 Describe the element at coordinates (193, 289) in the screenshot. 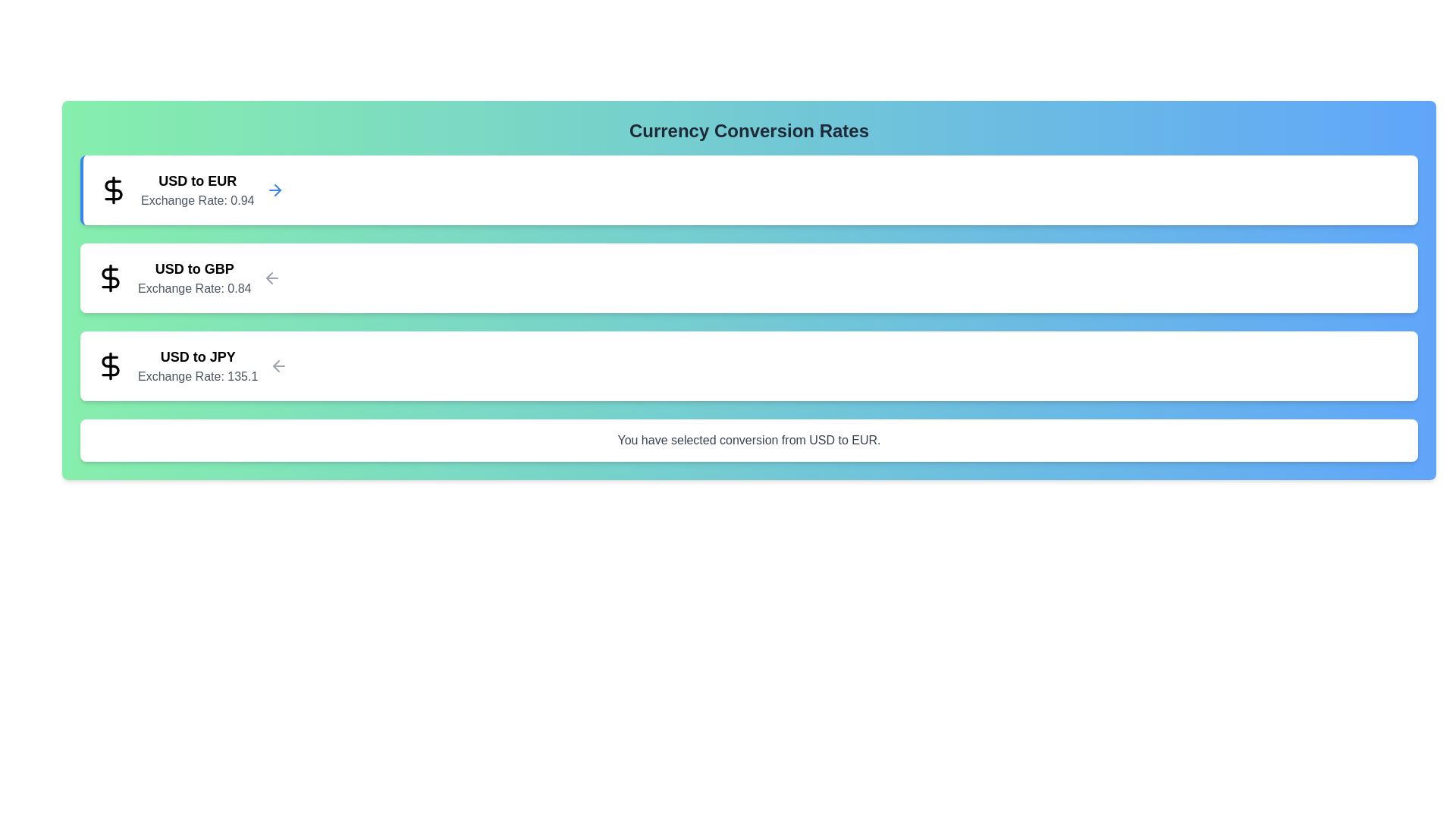

I see `the static text label that reads 'Exchange Rate: 0.84', which is styled in a smaller-sized gray font and positioned below 'USD to GBP' within a currency exchange rates list` at that location.